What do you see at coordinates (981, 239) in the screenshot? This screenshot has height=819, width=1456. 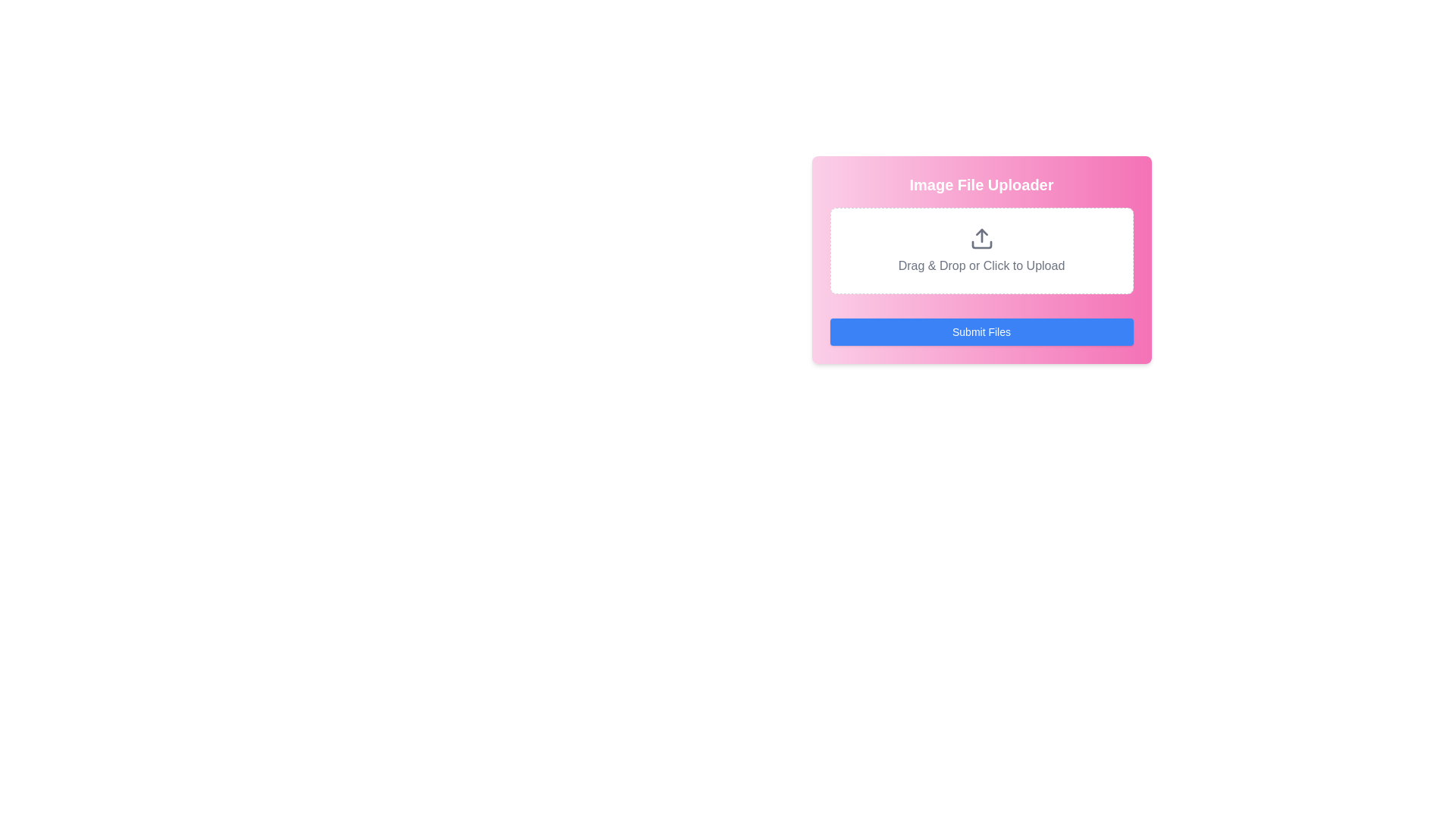 I see `the upload icon located at the top-center of the 'Drag & Drop or Click to Upload' section` at bounding box center [981, 239].